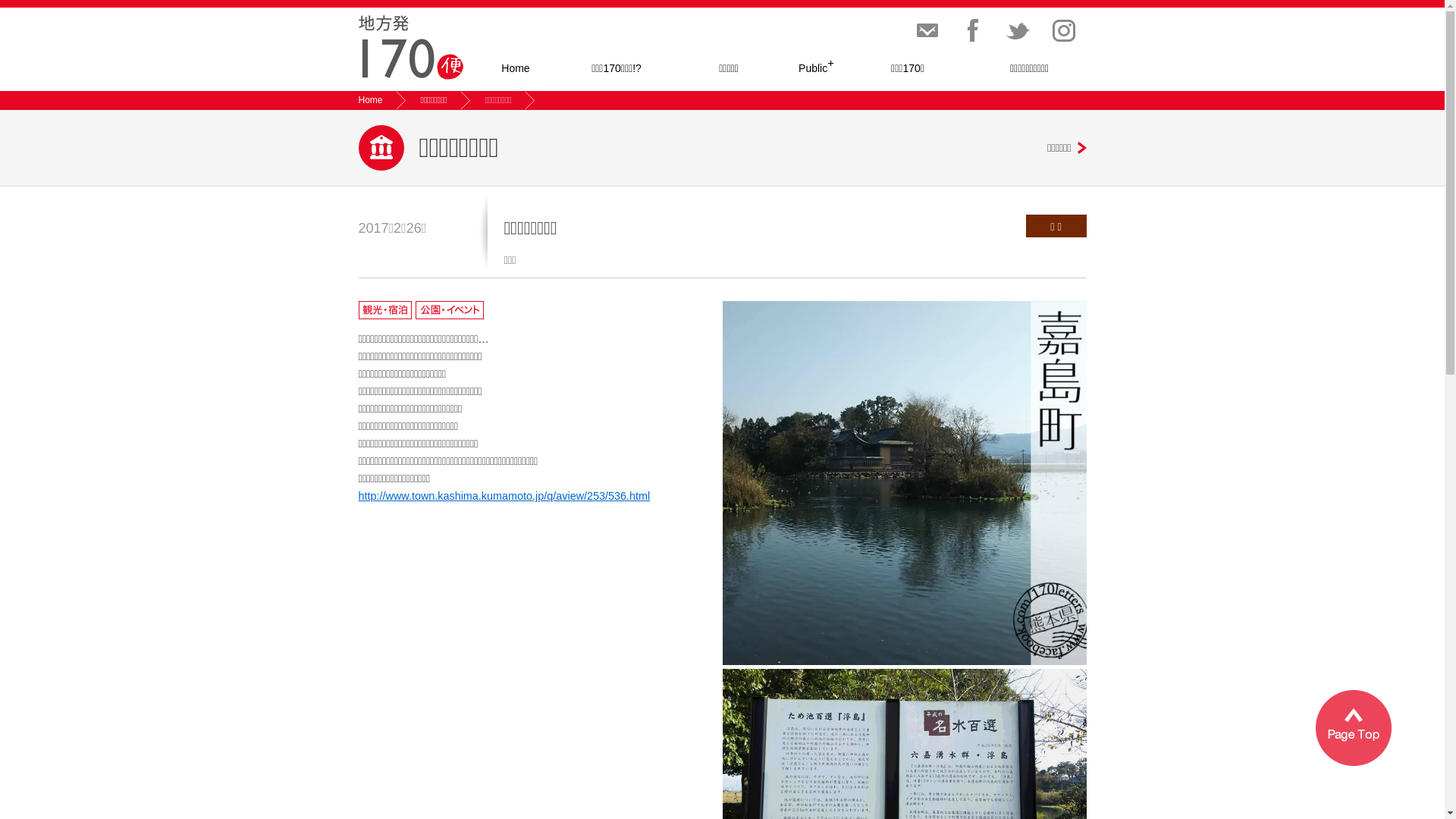 The height and width of the screenshot is (819, 1456). What do you see at coordinates (815, 67) in the screenshot?
I see `'Public+'` at bounding box center [815, 67].